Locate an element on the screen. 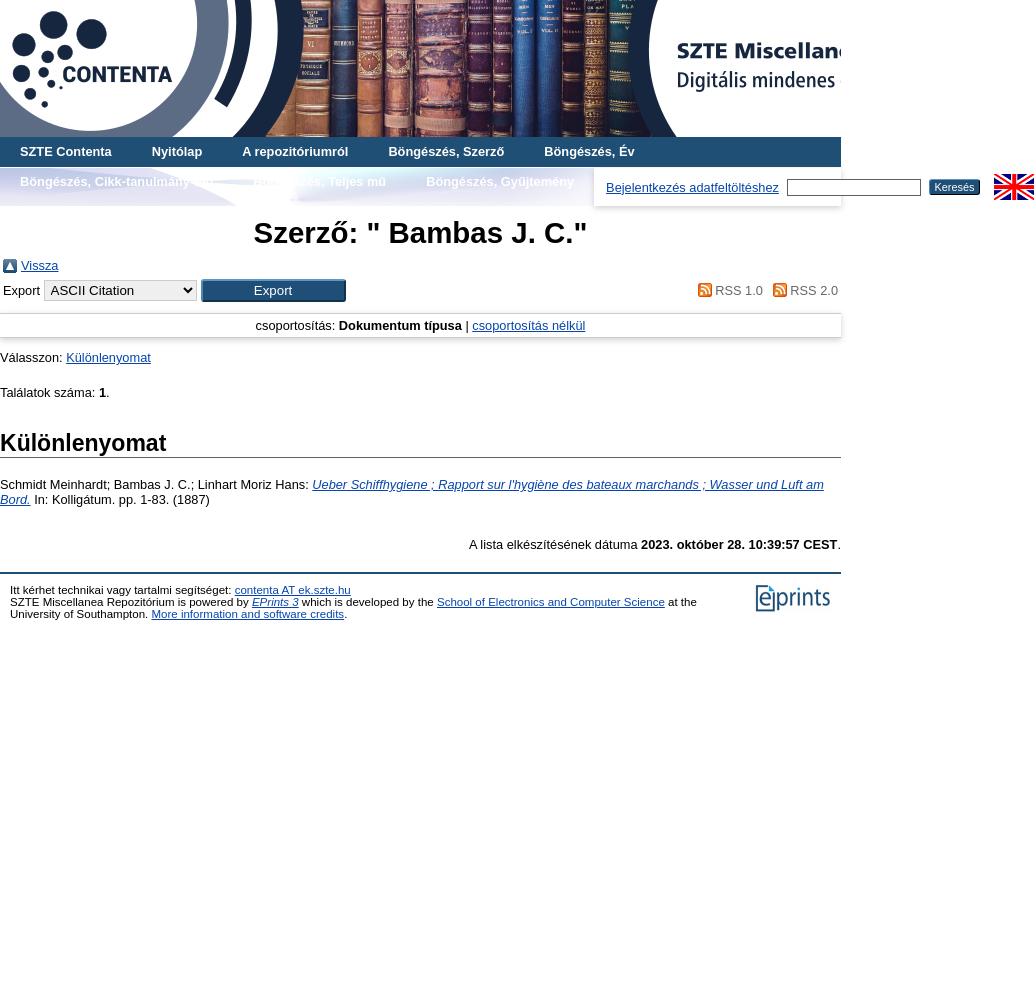 Image resolution: width=1036 pixels, height=1000 pixels. '2023. október 28. 10:39:57 CEST' is located at coordinates (640, 544).